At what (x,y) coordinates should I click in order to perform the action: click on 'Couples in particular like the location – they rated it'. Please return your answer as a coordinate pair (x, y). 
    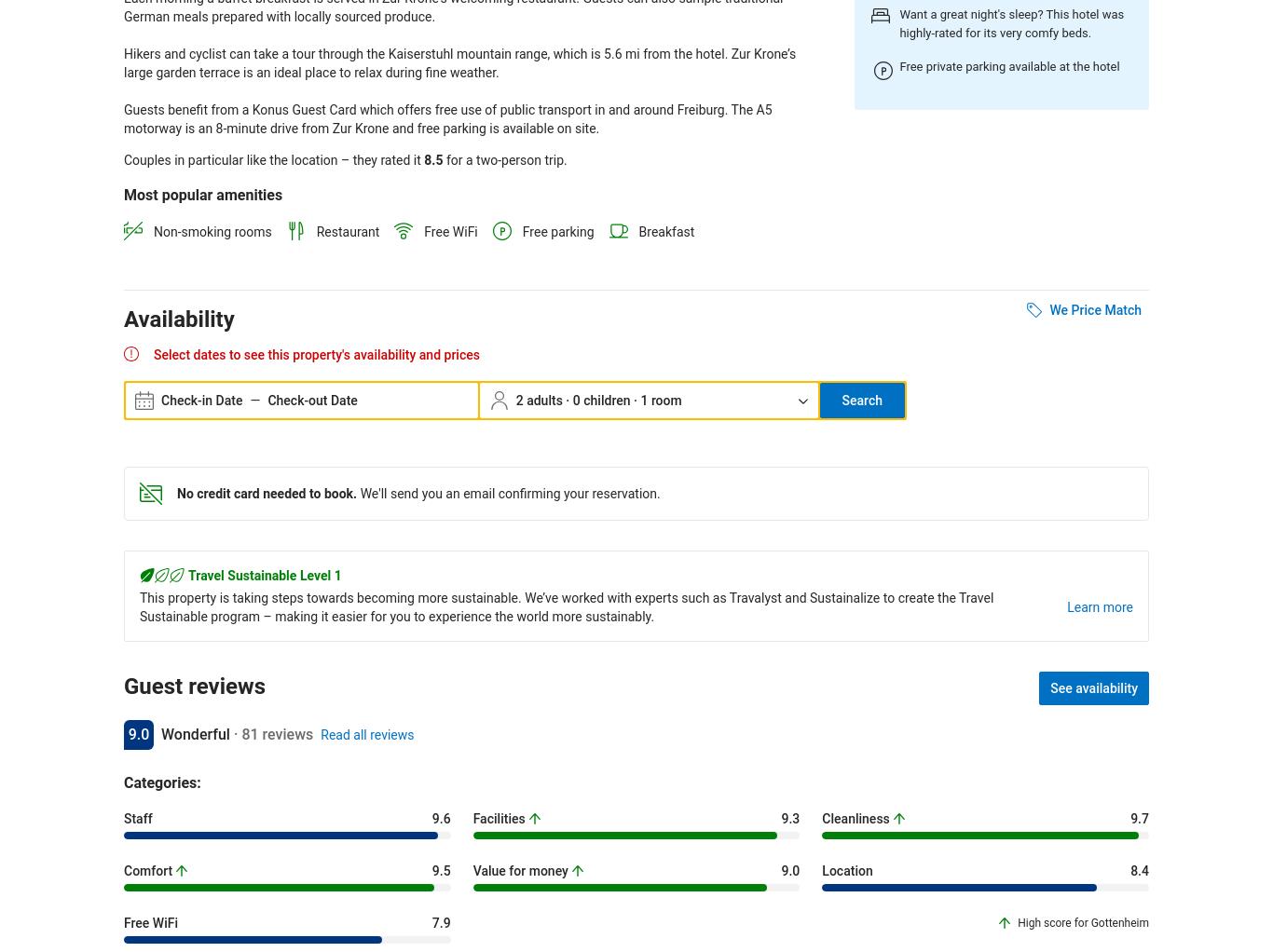
    Looking at the image, I should click on (273, 157).